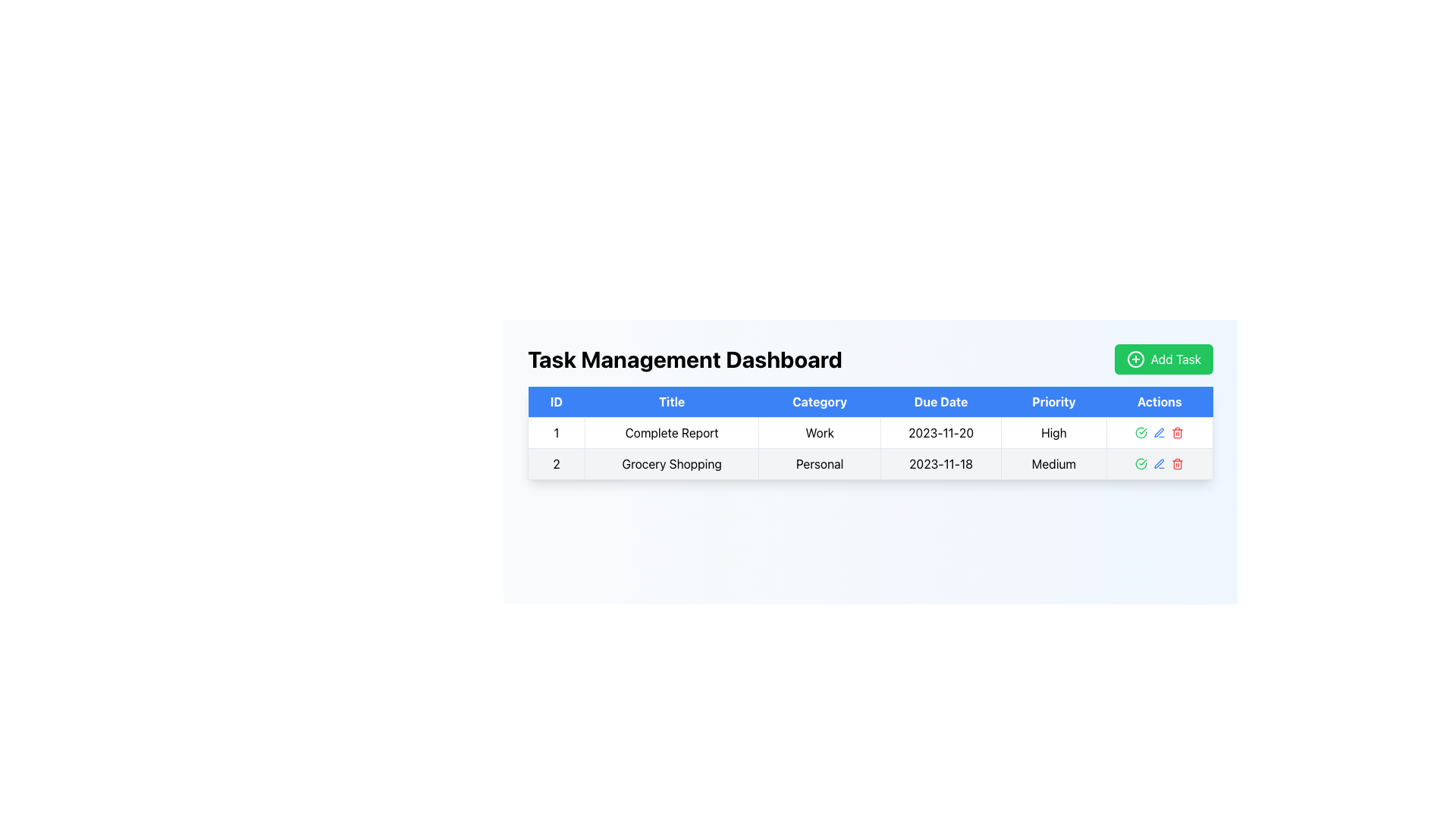 The width and height of the screenshot is (1456, 819). What do you see at coordinates (671, 432) in the screenshot?
I see `the task title text label located in the first row of the table under the 'Title' column for additional actions` at bounding box center [671, 432].